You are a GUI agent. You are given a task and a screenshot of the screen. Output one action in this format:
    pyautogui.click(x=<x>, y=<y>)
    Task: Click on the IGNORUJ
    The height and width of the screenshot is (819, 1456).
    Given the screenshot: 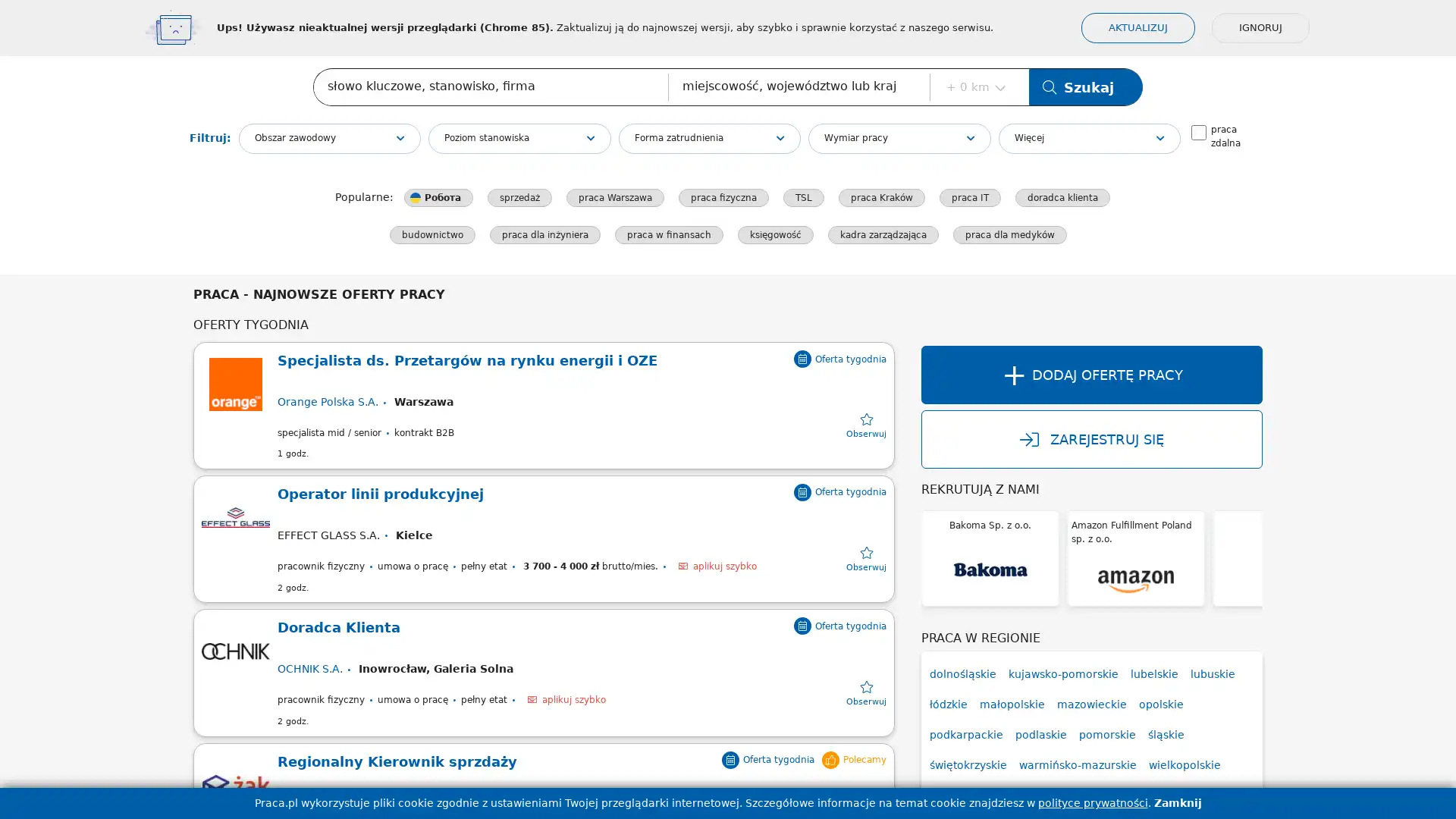 What is the action you would take?
    pyautogui.click(x=1260, y=27)
    